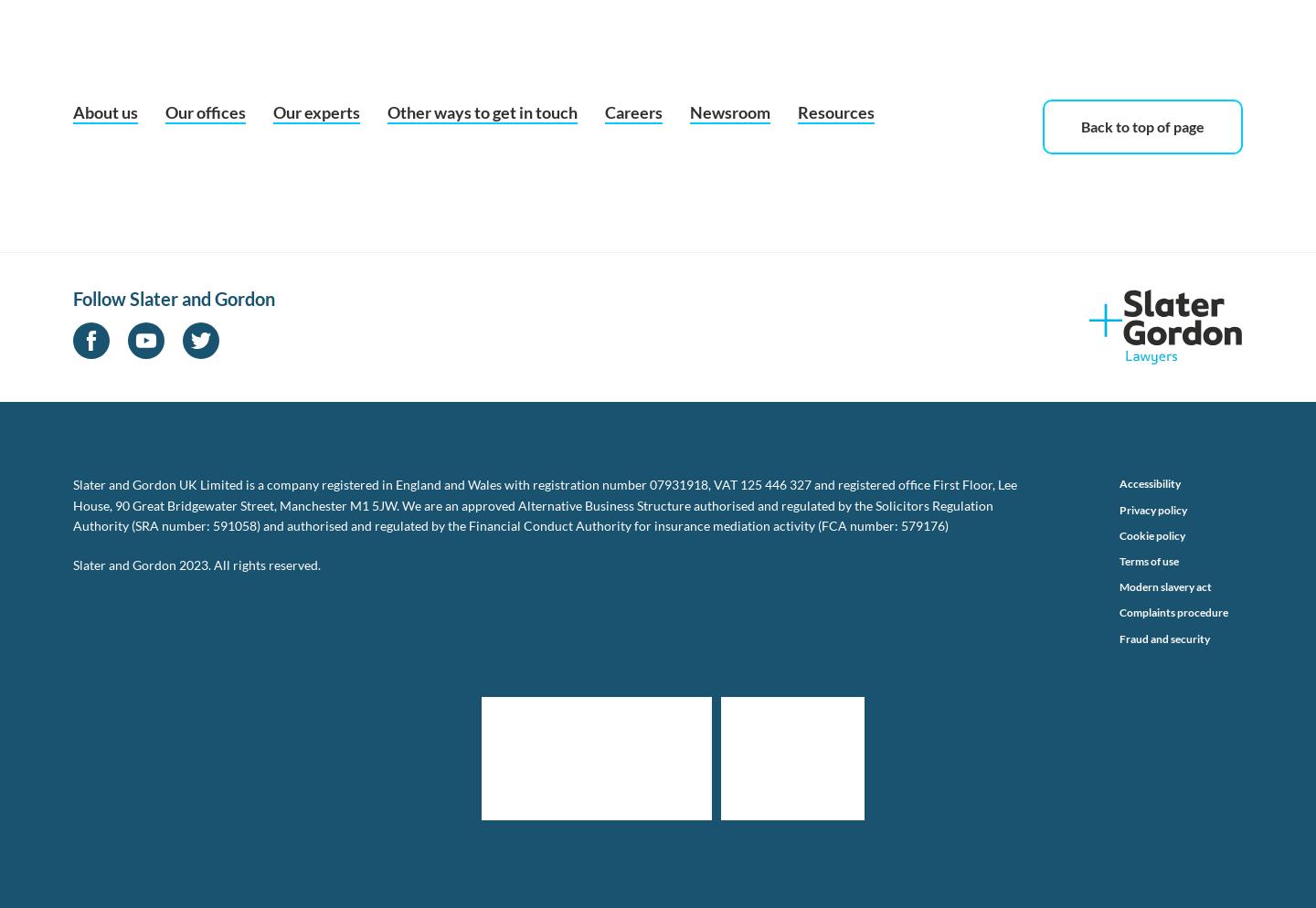  Describe the element at coordinates (835, 111) in the screenshot. I see `'Resources'` at that location.